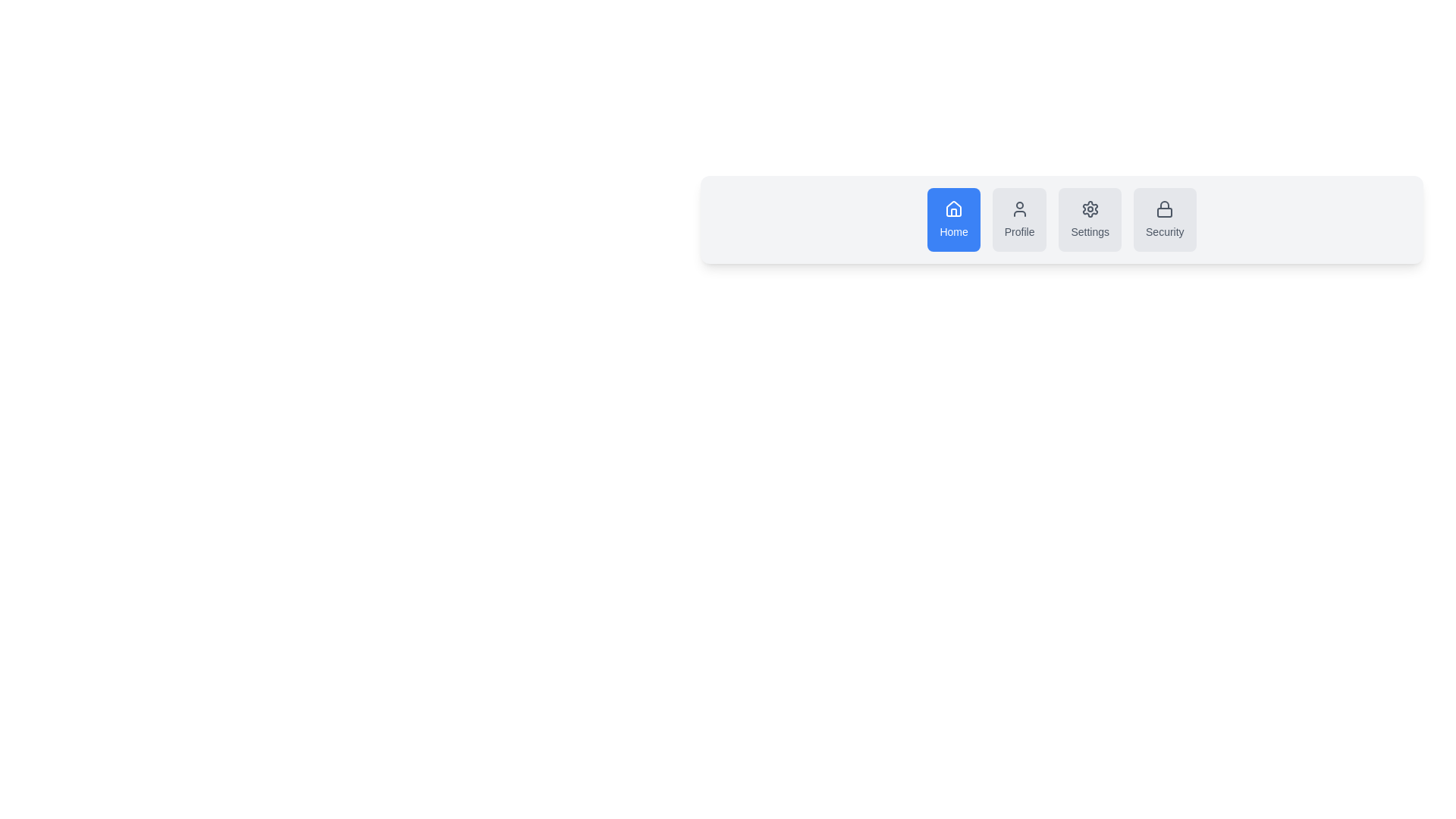  I want to click on the Security button, so click(1164, 219).